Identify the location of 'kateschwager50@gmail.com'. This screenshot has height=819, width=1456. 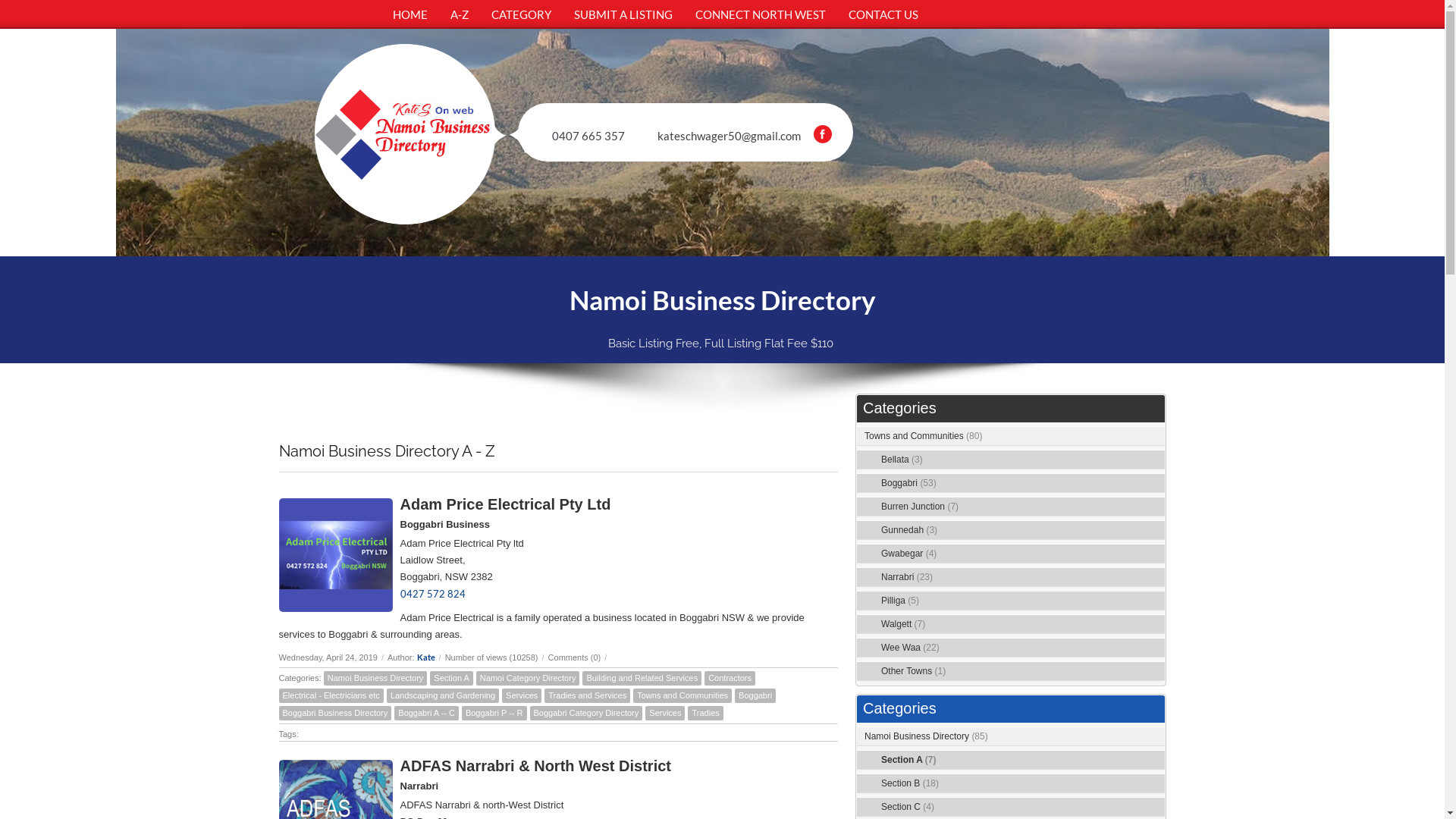
(729, 134).